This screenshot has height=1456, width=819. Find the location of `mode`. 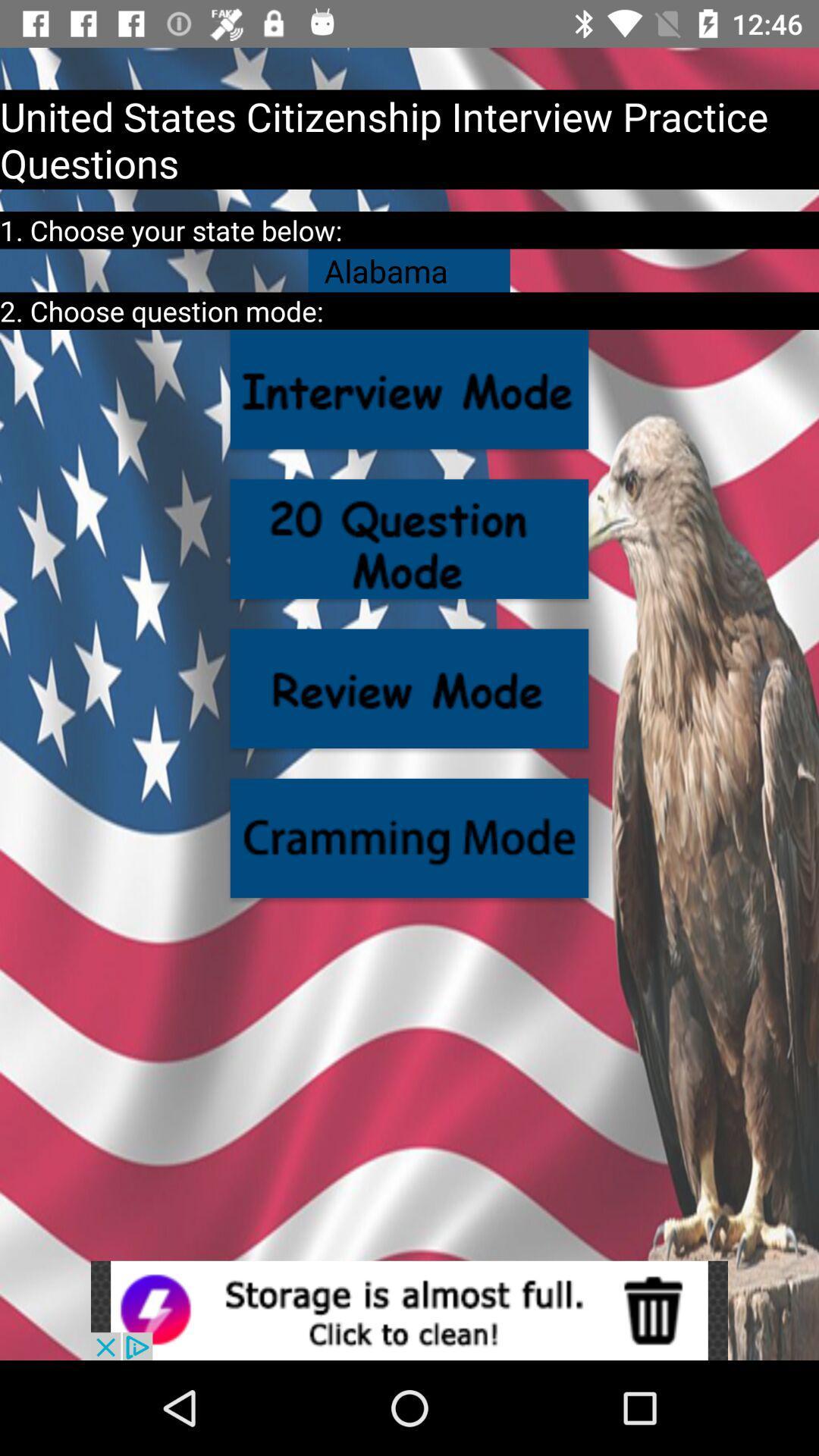

mode is located at coordinates (409, 389).